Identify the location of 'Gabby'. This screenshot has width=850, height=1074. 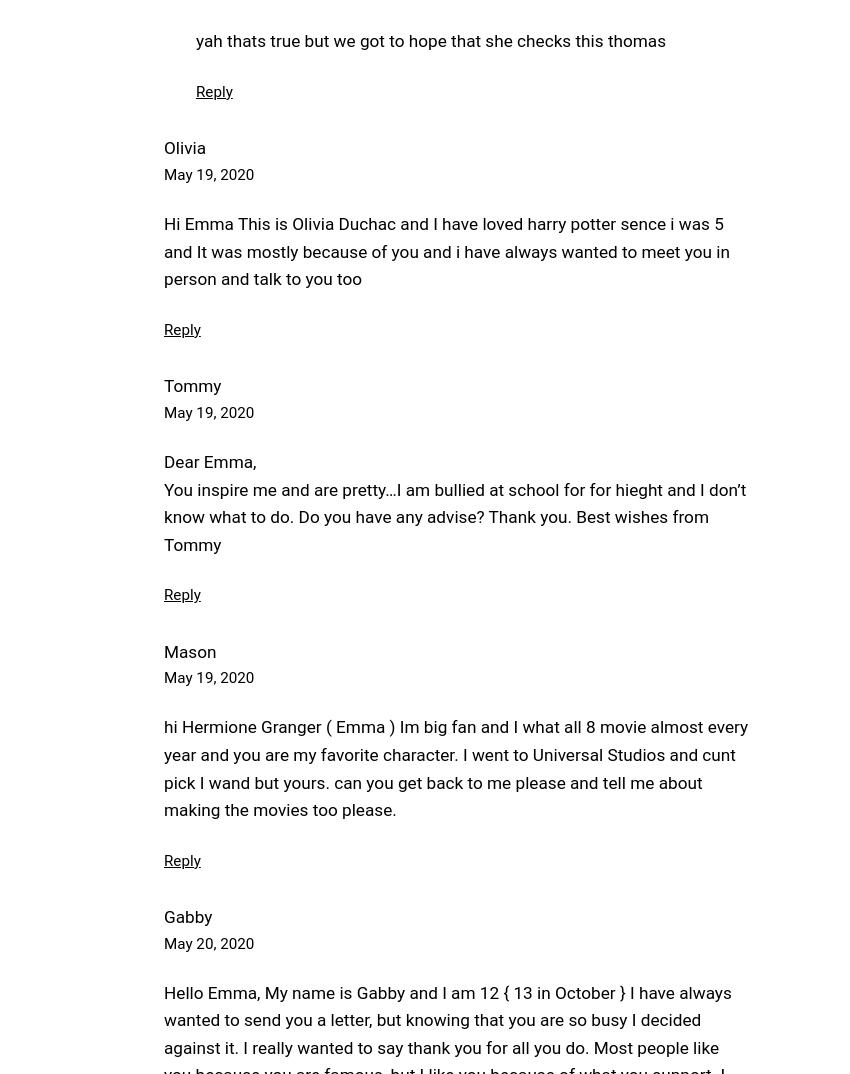
(187, 916).